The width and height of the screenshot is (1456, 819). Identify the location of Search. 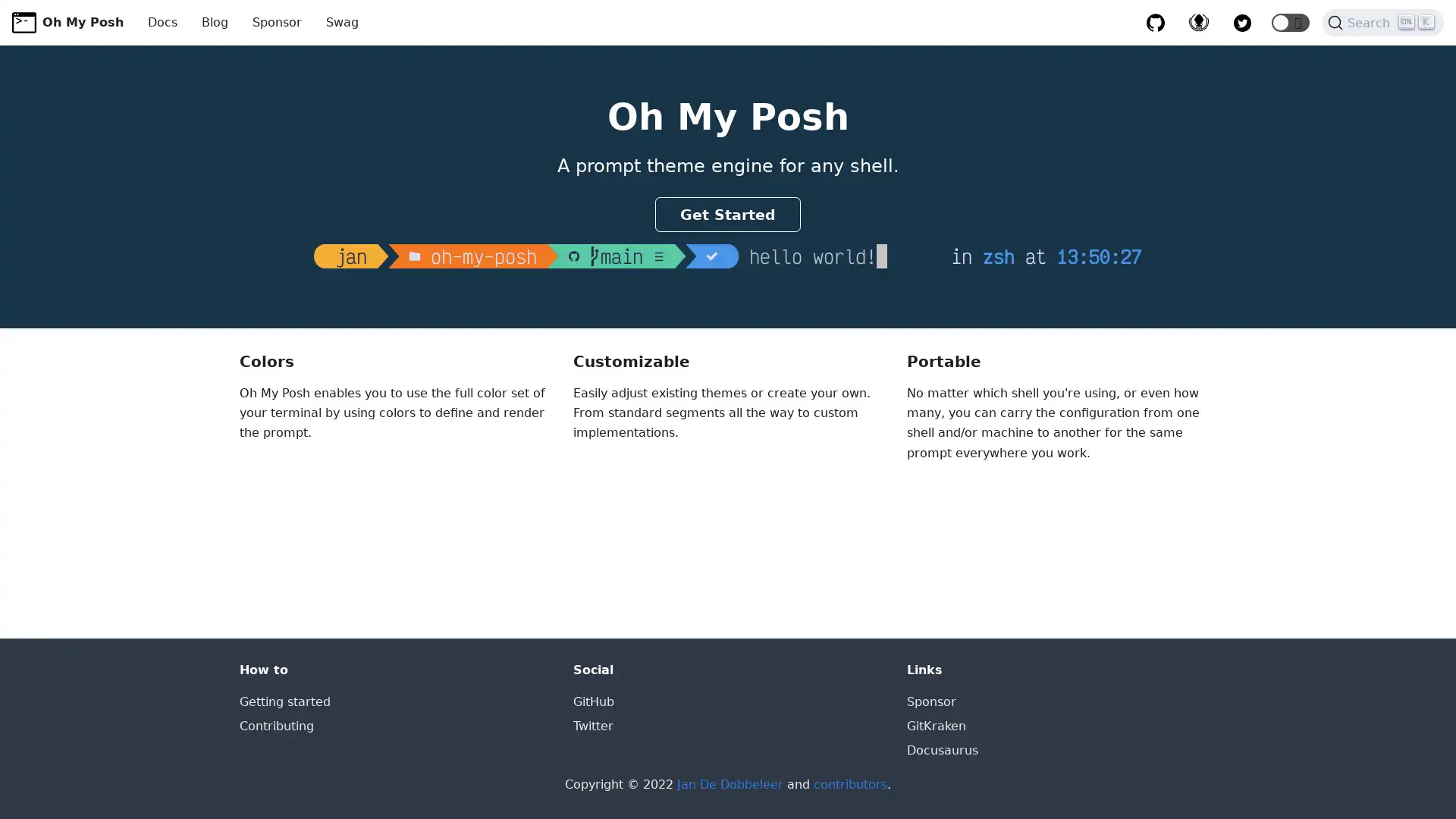
(1382, 23).